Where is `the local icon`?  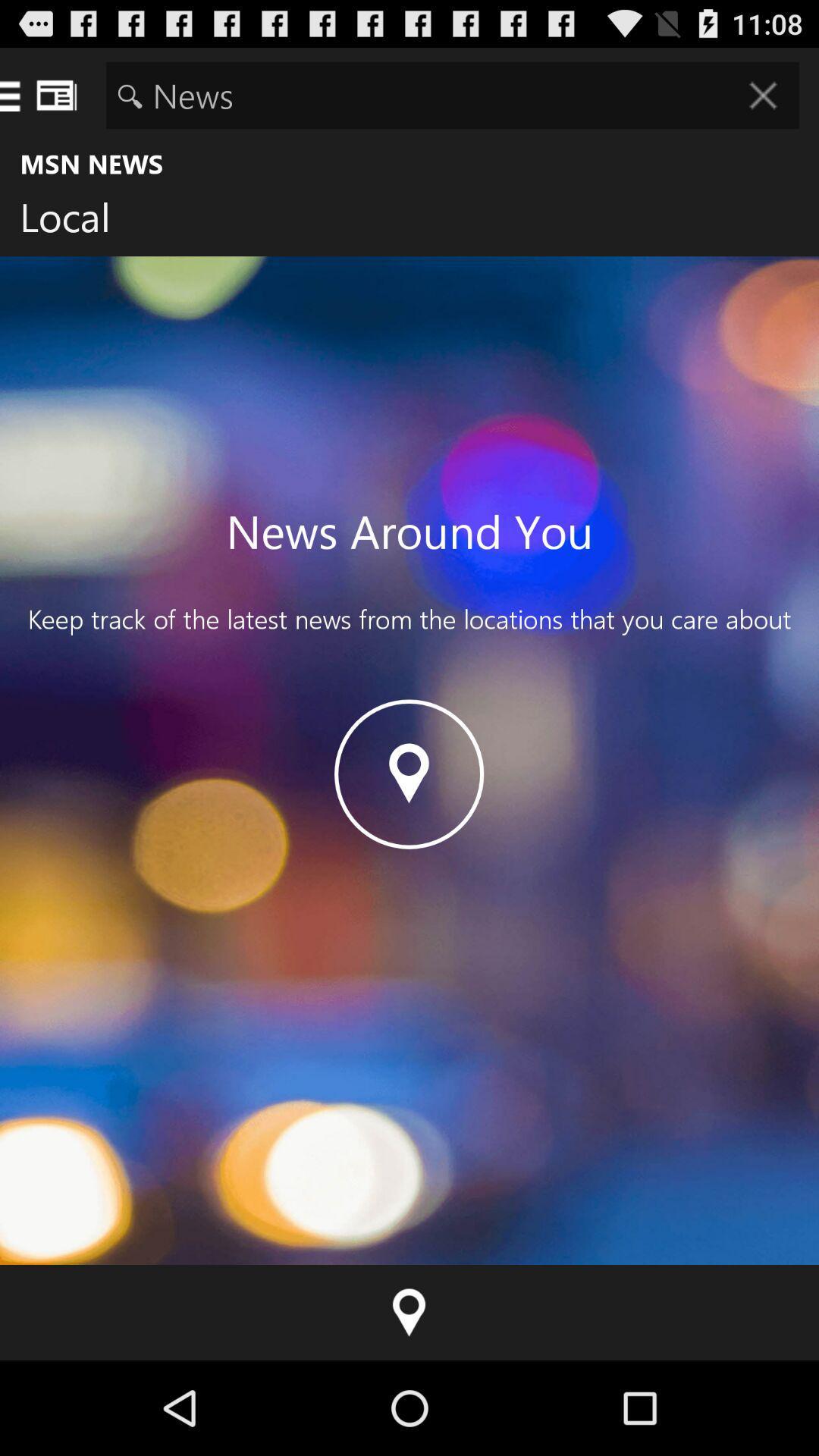
the local icon is located at coordinates (77, 220).